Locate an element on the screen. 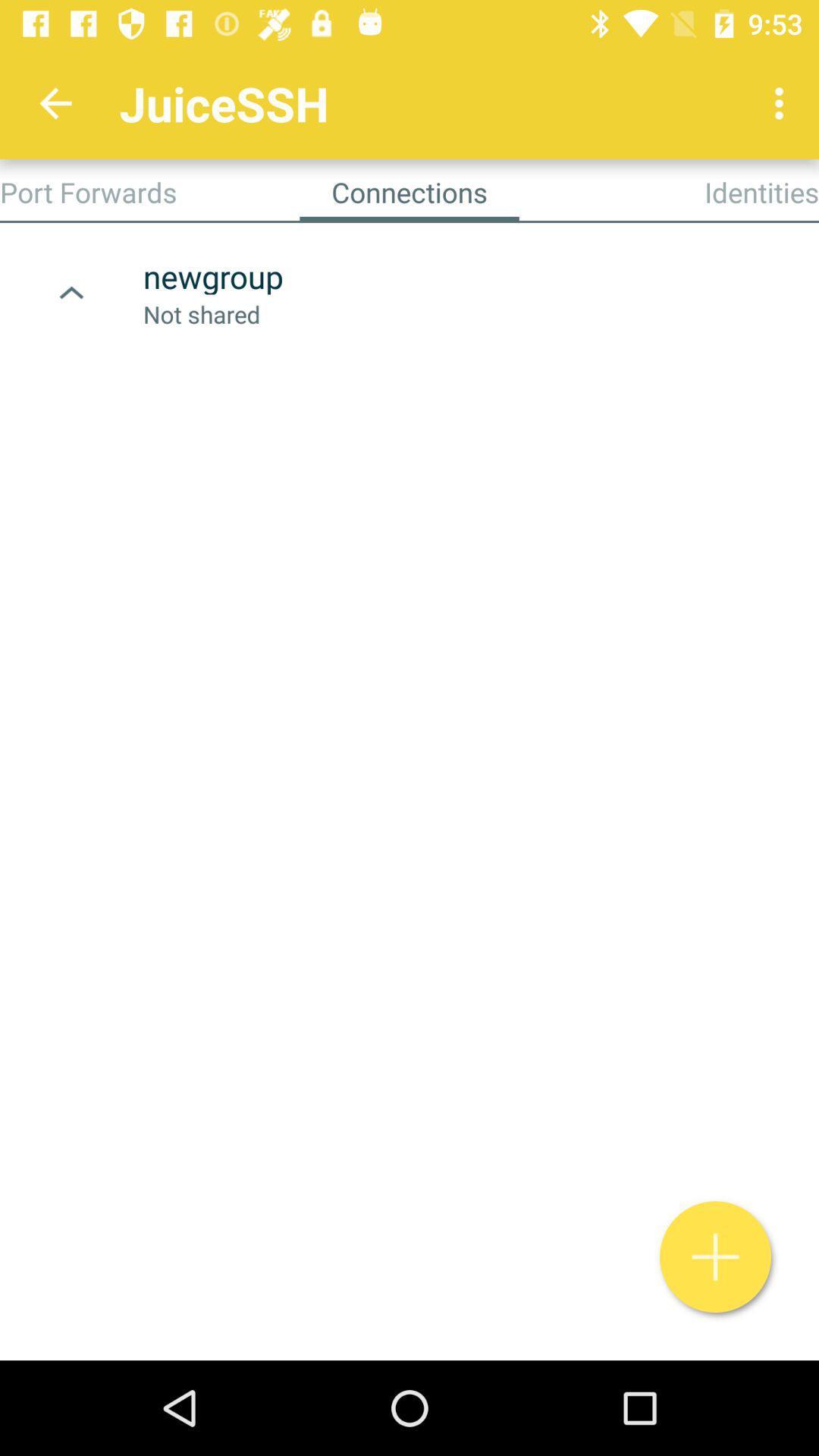  the icon next to juicessh icon is located at coordinates (783, 102).